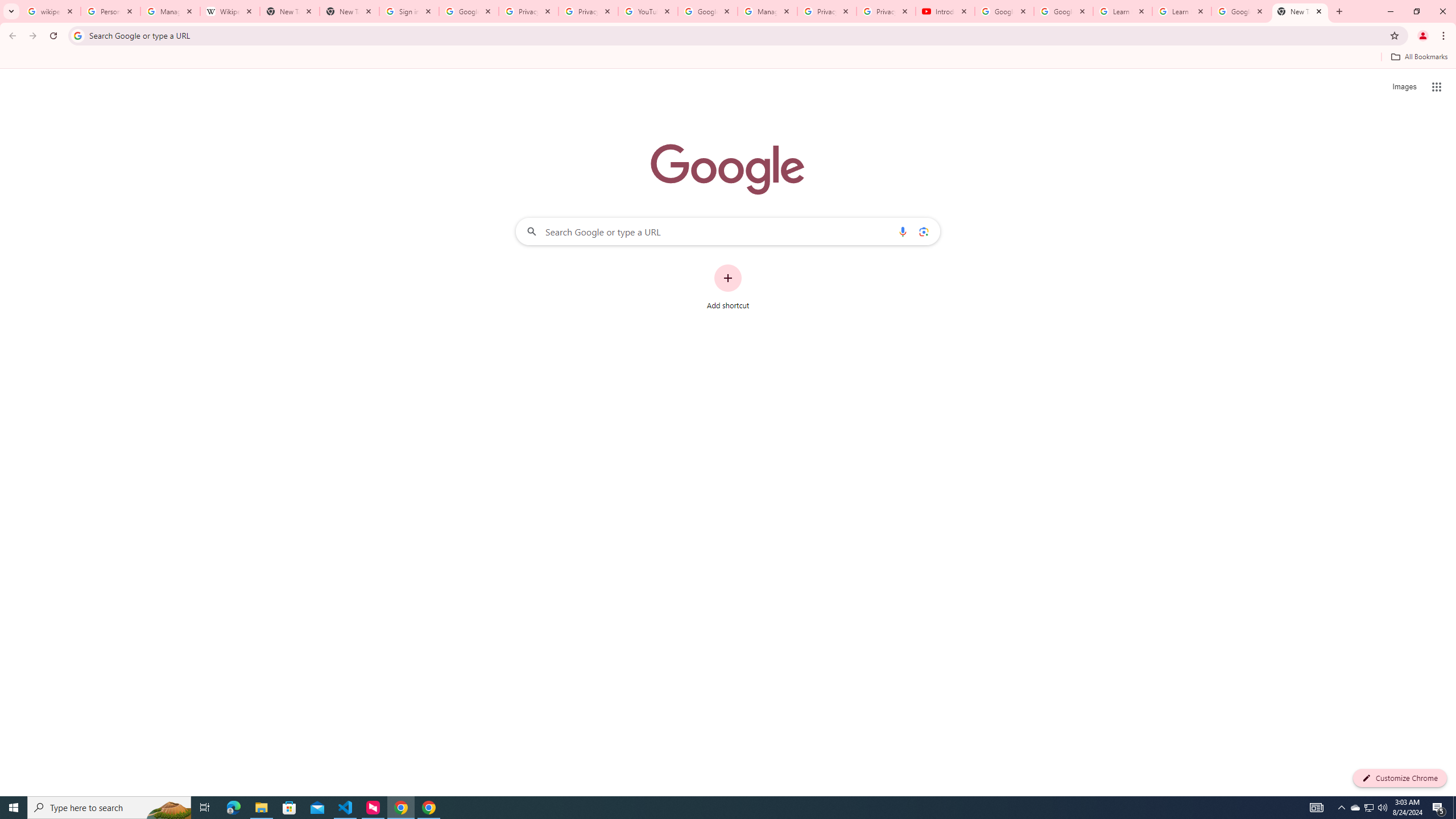  What do you see at coordinates (1064, 11) in the screenshot?
I see `'Google Account Help'` at bounding box center [1064, 11].